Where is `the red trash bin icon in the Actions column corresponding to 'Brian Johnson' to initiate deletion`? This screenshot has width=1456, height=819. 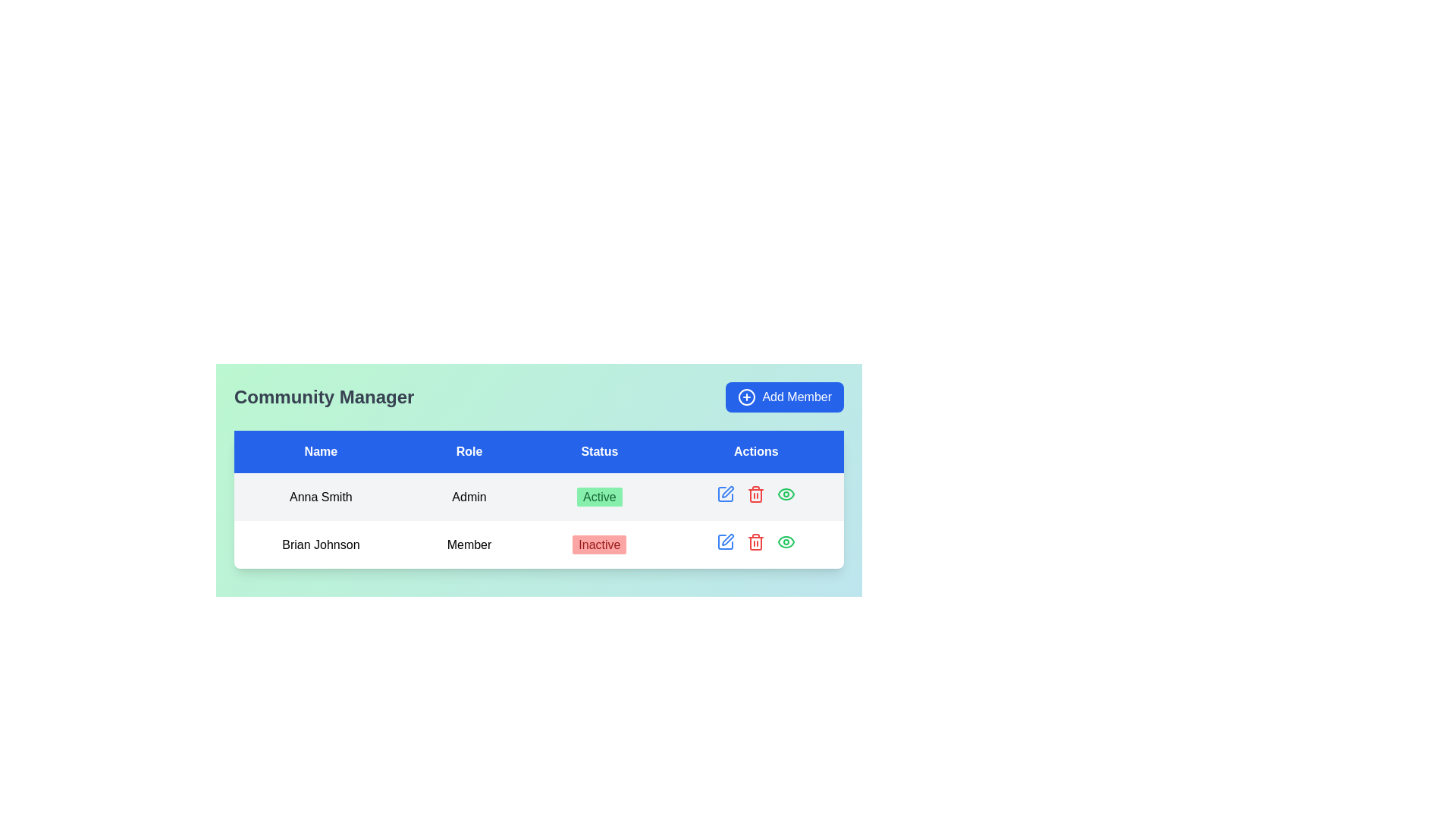 the red trash bin icon in the Actions column corresponding to 'Brian Johnson' to initiate deletion is located at coordinates (756, 541).